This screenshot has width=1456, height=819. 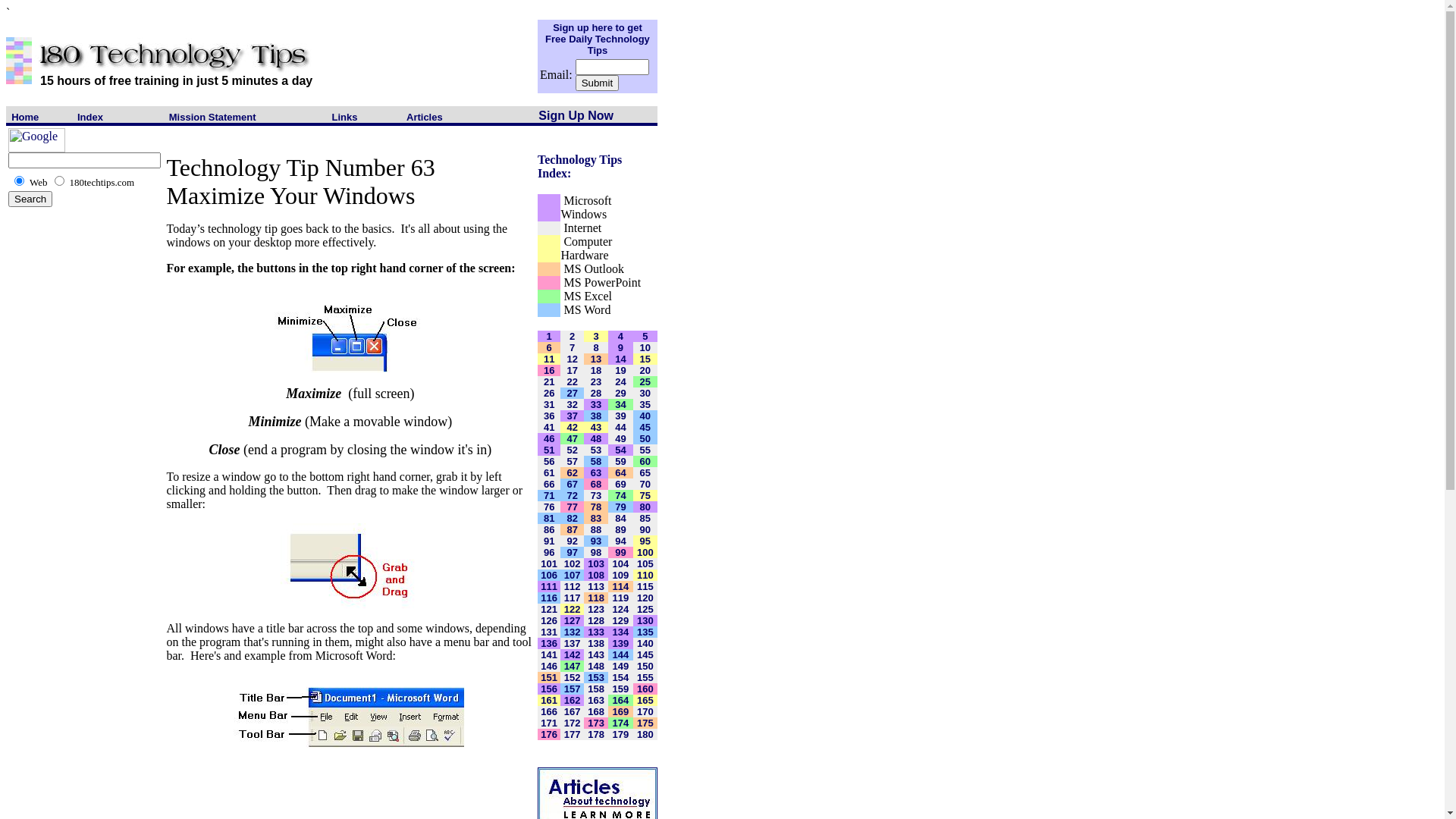 What do you see at coordinates (620, 460) in the screenshot?
I see `'59'` at bounding box center [620, 460].